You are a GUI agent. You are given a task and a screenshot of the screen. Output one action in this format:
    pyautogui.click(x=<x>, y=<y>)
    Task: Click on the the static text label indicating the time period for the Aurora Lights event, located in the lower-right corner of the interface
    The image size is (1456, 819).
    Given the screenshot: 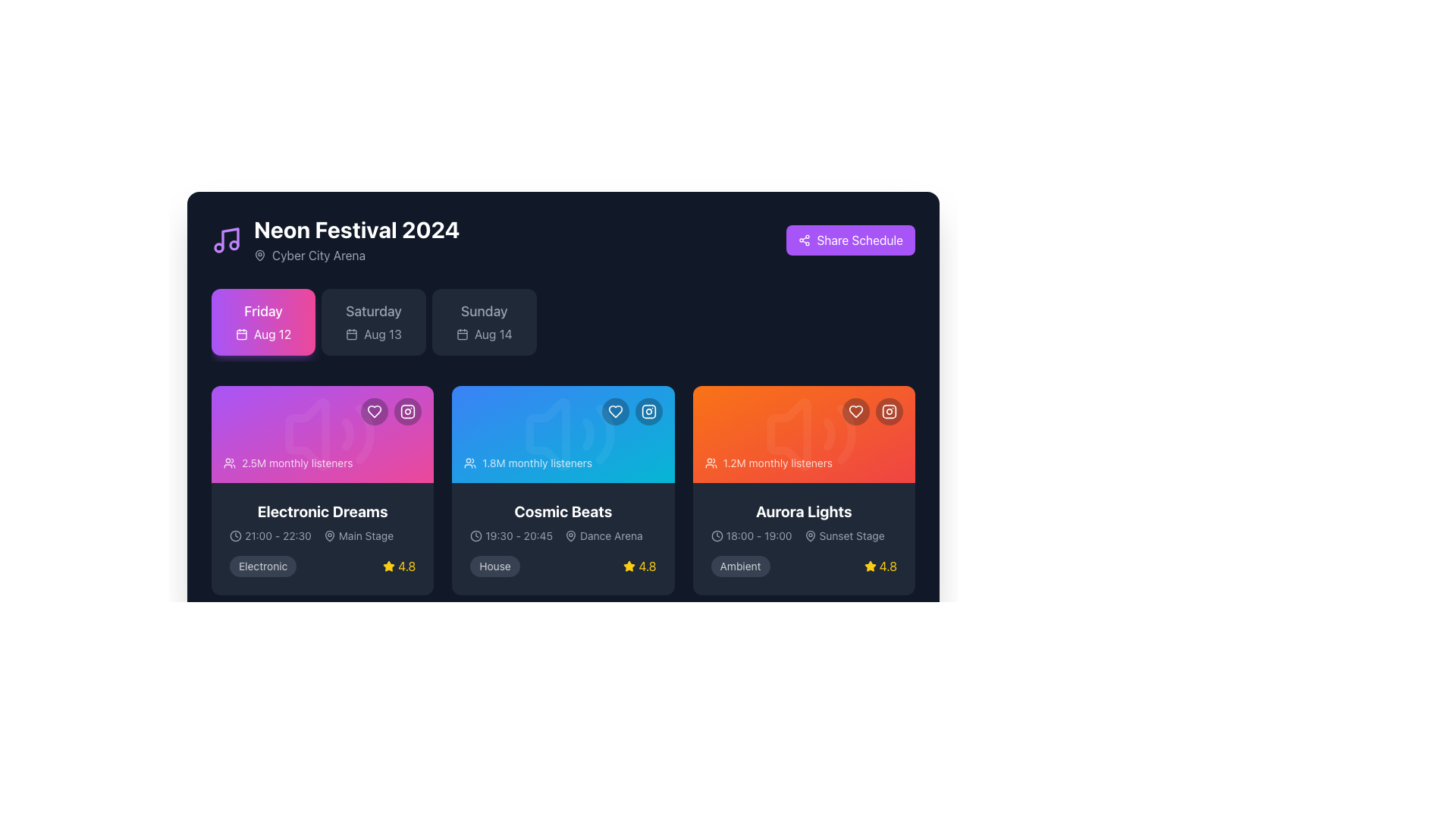 What is the action you would take?
    pyautogui.click(x=759, y=535)
    